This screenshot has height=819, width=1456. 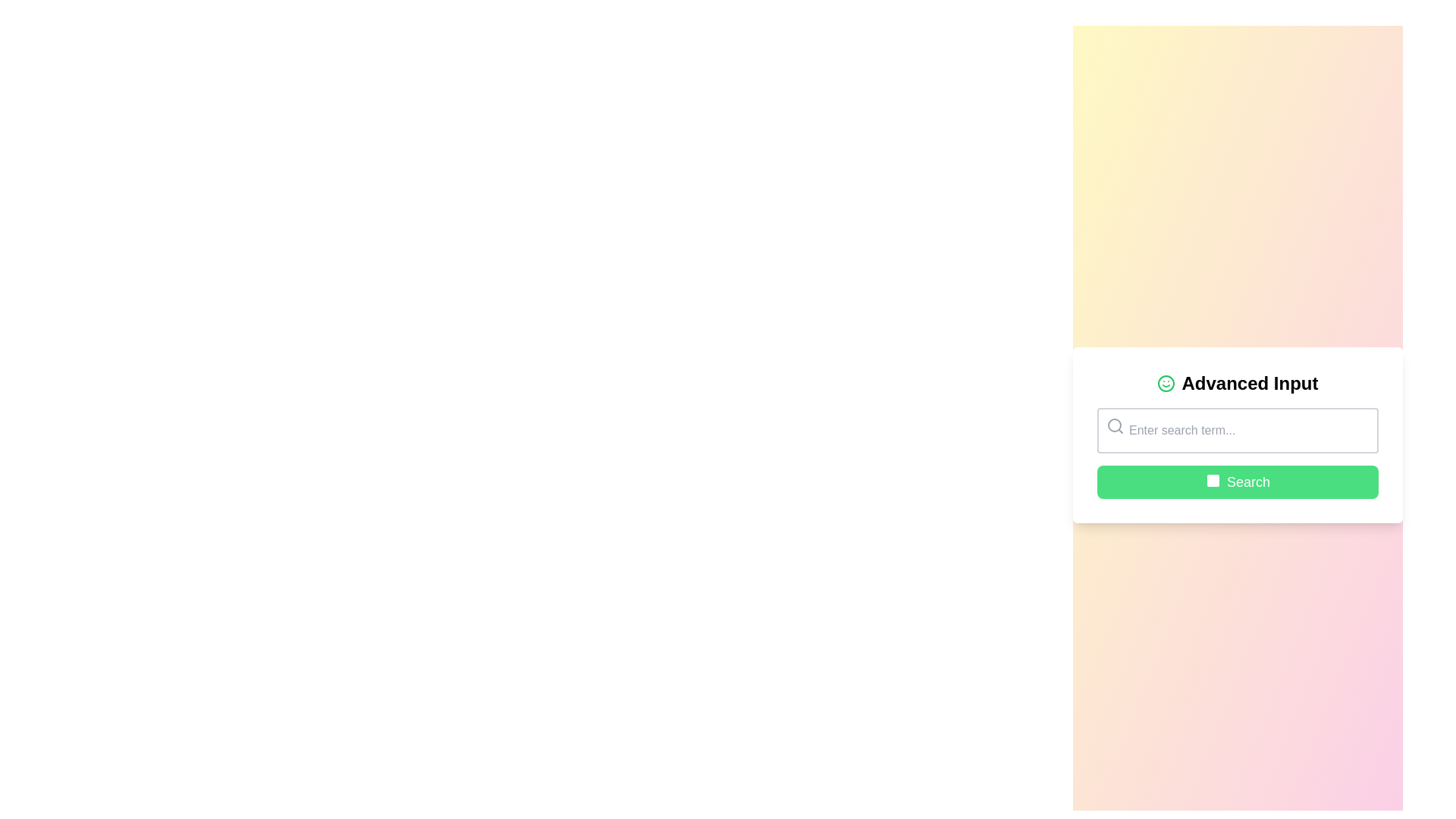 I want to click on the SVG circle representing the search icon located to the left of the input field in the advanced search section, so click(x=1114, y=425).